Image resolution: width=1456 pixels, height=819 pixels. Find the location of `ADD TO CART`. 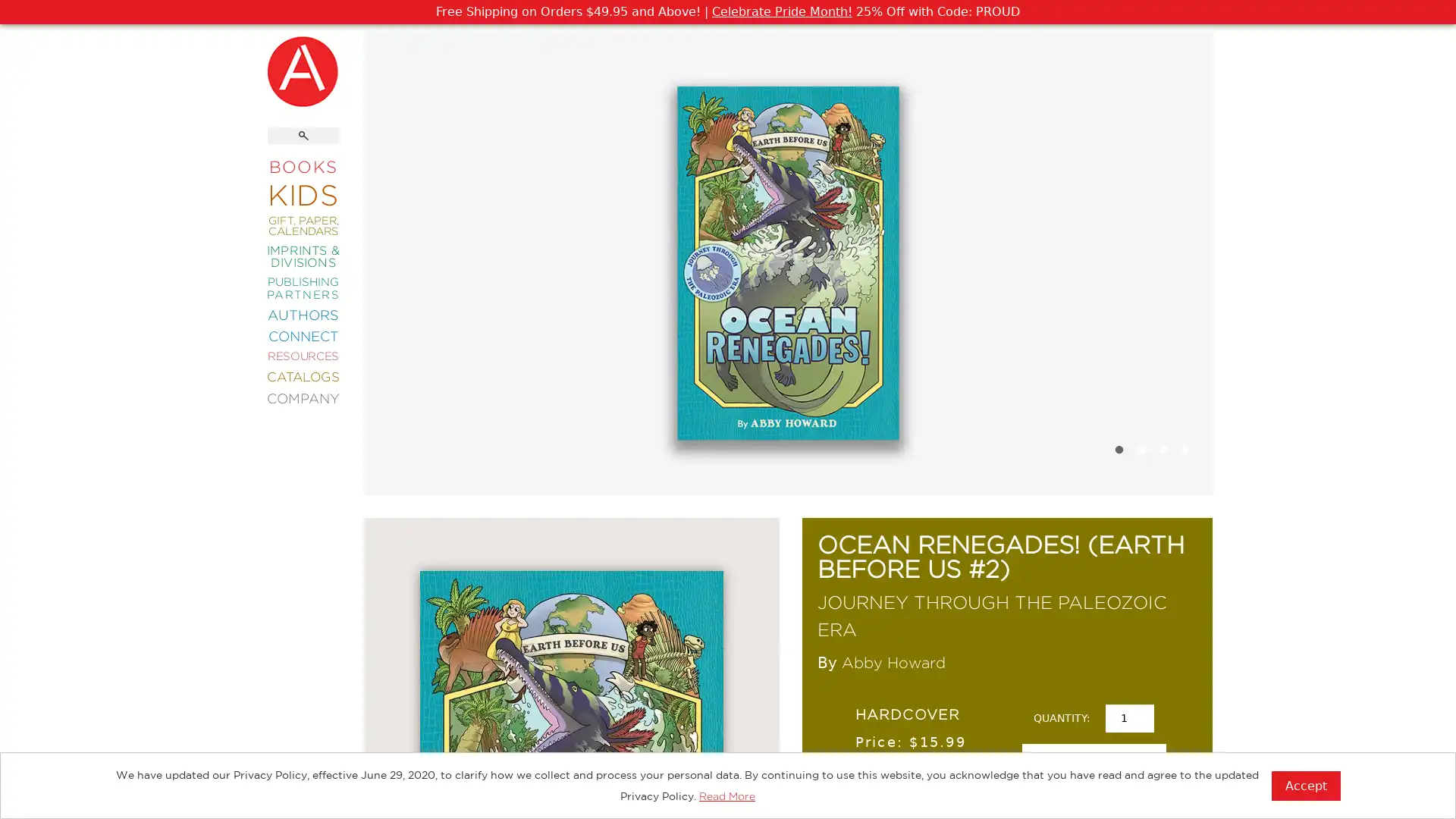

ADD TO CART is located at coordinates (1093, 766).